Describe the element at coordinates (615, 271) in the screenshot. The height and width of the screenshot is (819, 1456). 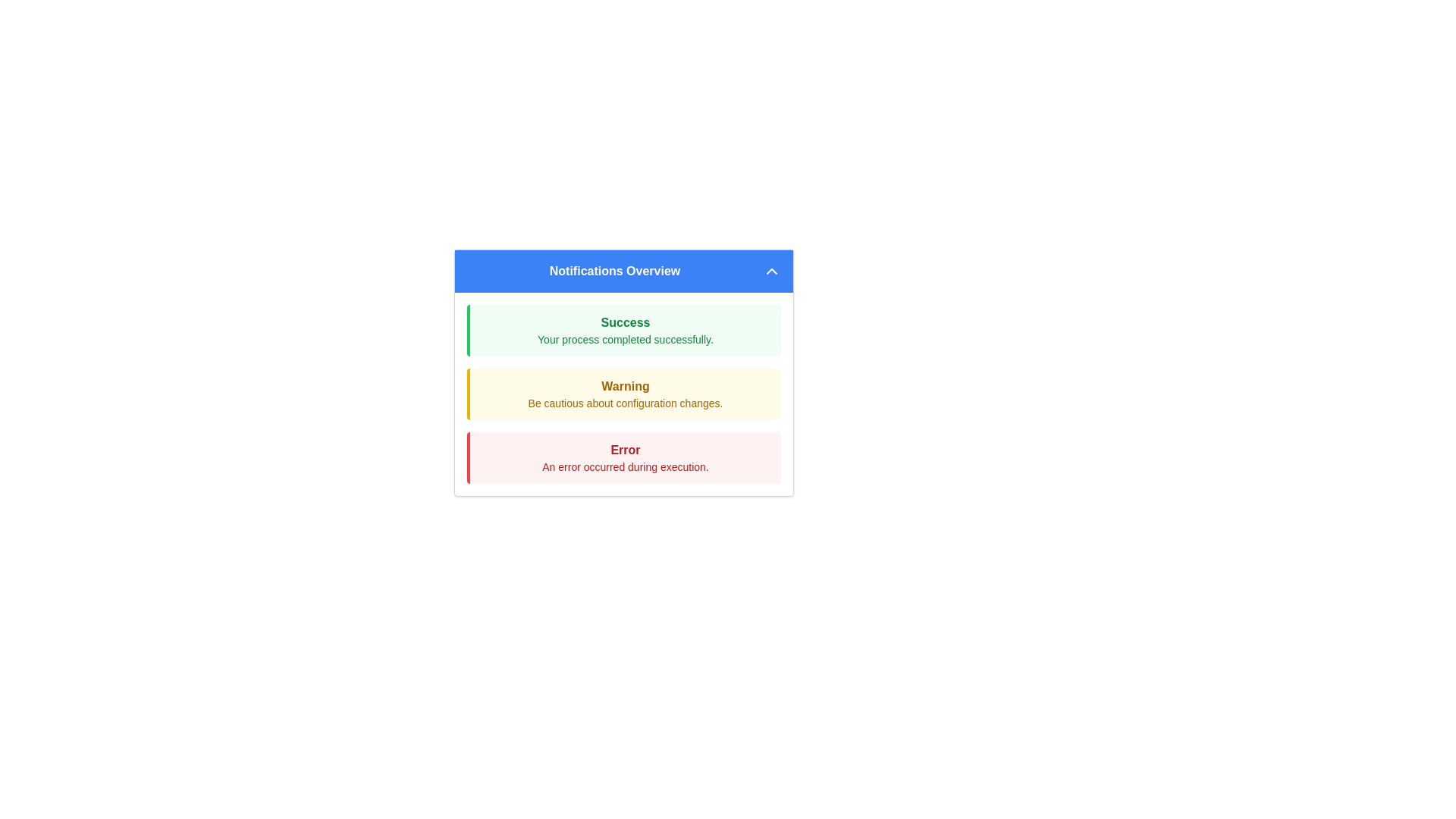
I see `the Text Label displaying 'Notifications Overview' with a blue background and white text, located at the top of the notification box` at that location.